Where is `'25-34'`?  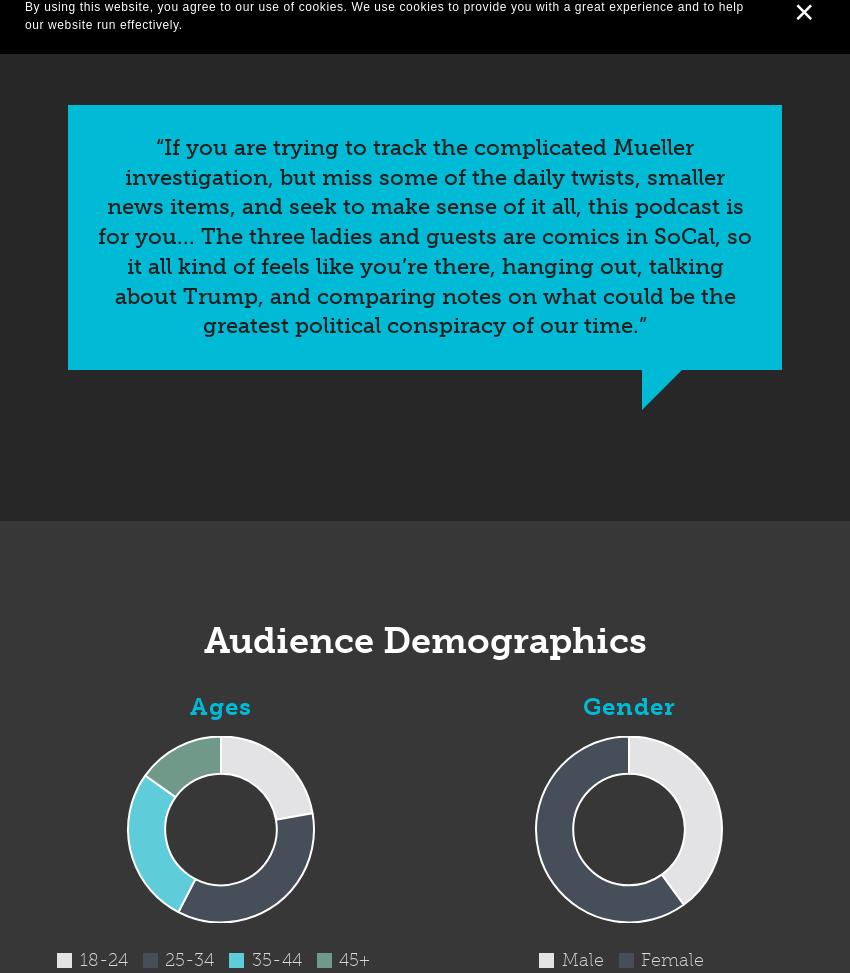
'25-34' is located at coordinates (188, 958).